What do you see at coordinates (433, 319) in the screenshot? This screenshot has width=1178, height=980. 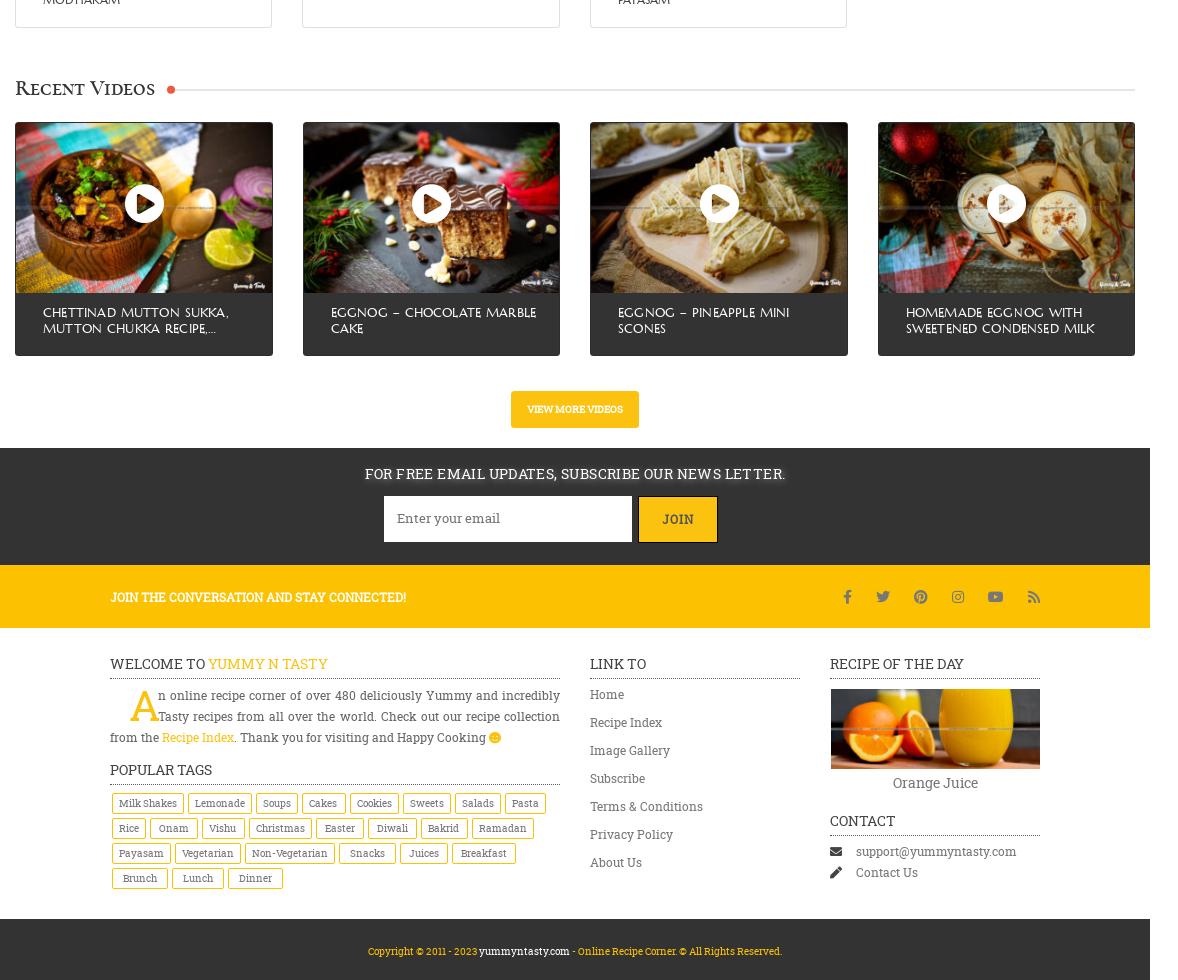 I see `'Eggnog – Chocolate Marble Cake'` at bounding box center [433, 319].